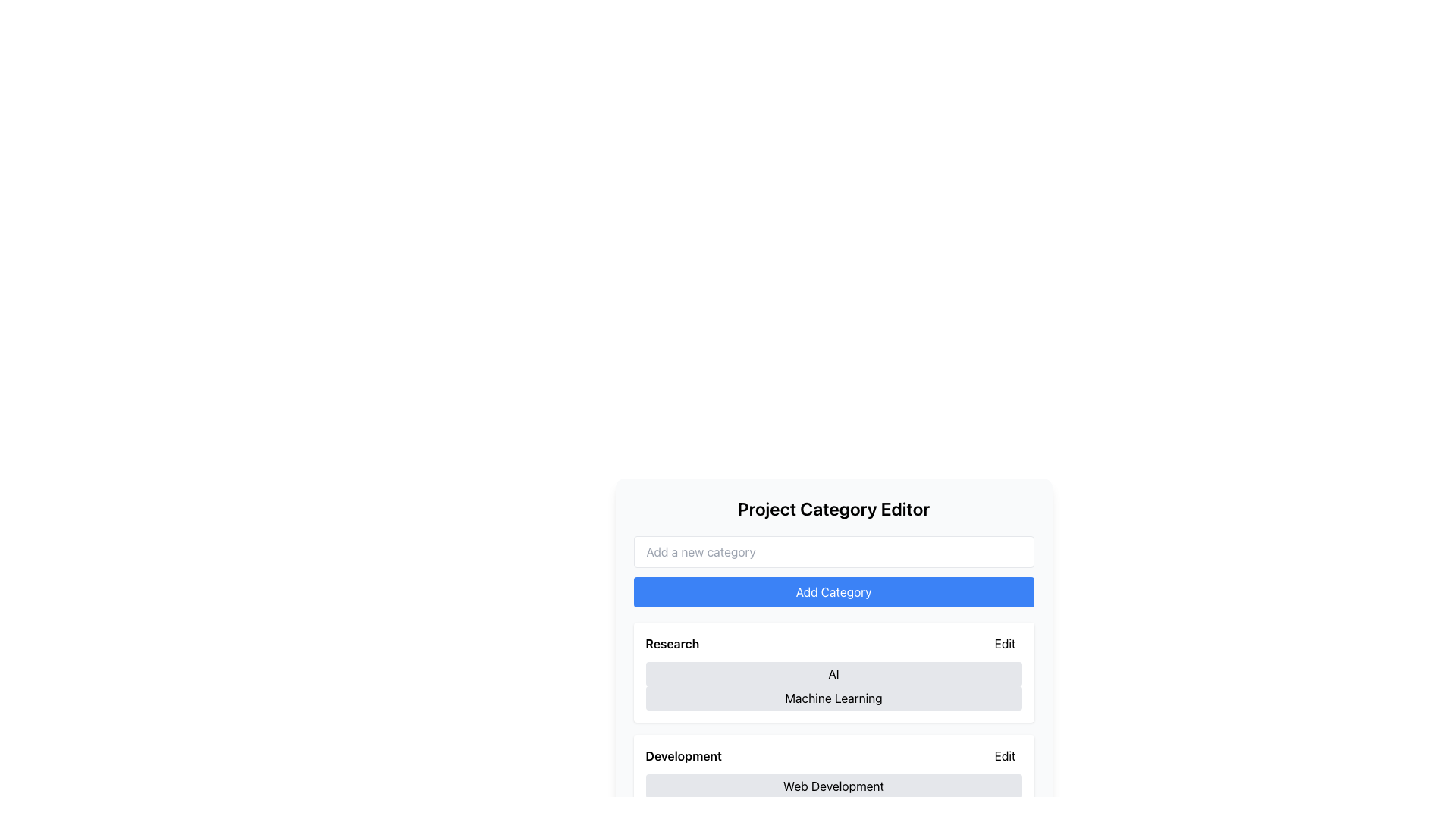 The height and width of the screenshot is (819, 1456). What do you see at coordinates (833, 698) in the screenshot?
I see `the non-interactive text label emphasizing 'Machine Learning' under the 'Research' category, located below the 'AI' sibling label` at bounding box center [833, 698].